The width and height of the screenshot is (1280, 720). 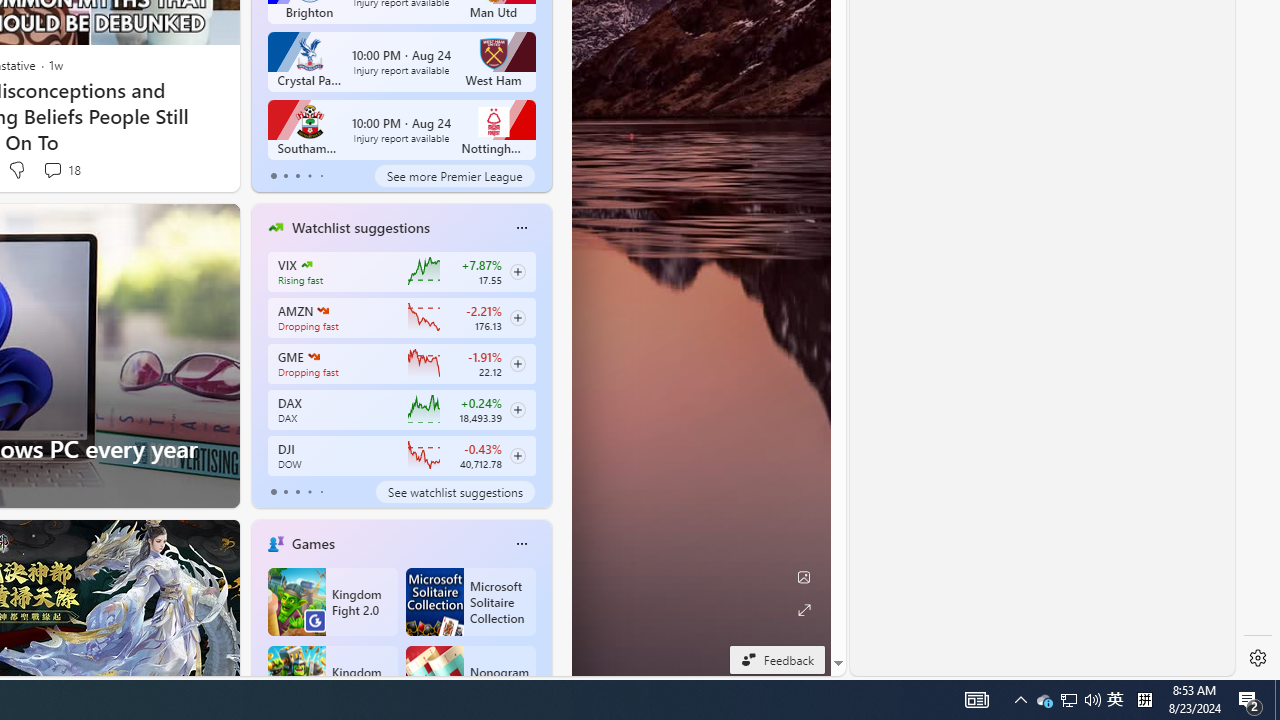 What do you see at coordinates (517, 455) in the screenshot?
I see `'Class: follow-button  m'` at bounding box center [517, 455].